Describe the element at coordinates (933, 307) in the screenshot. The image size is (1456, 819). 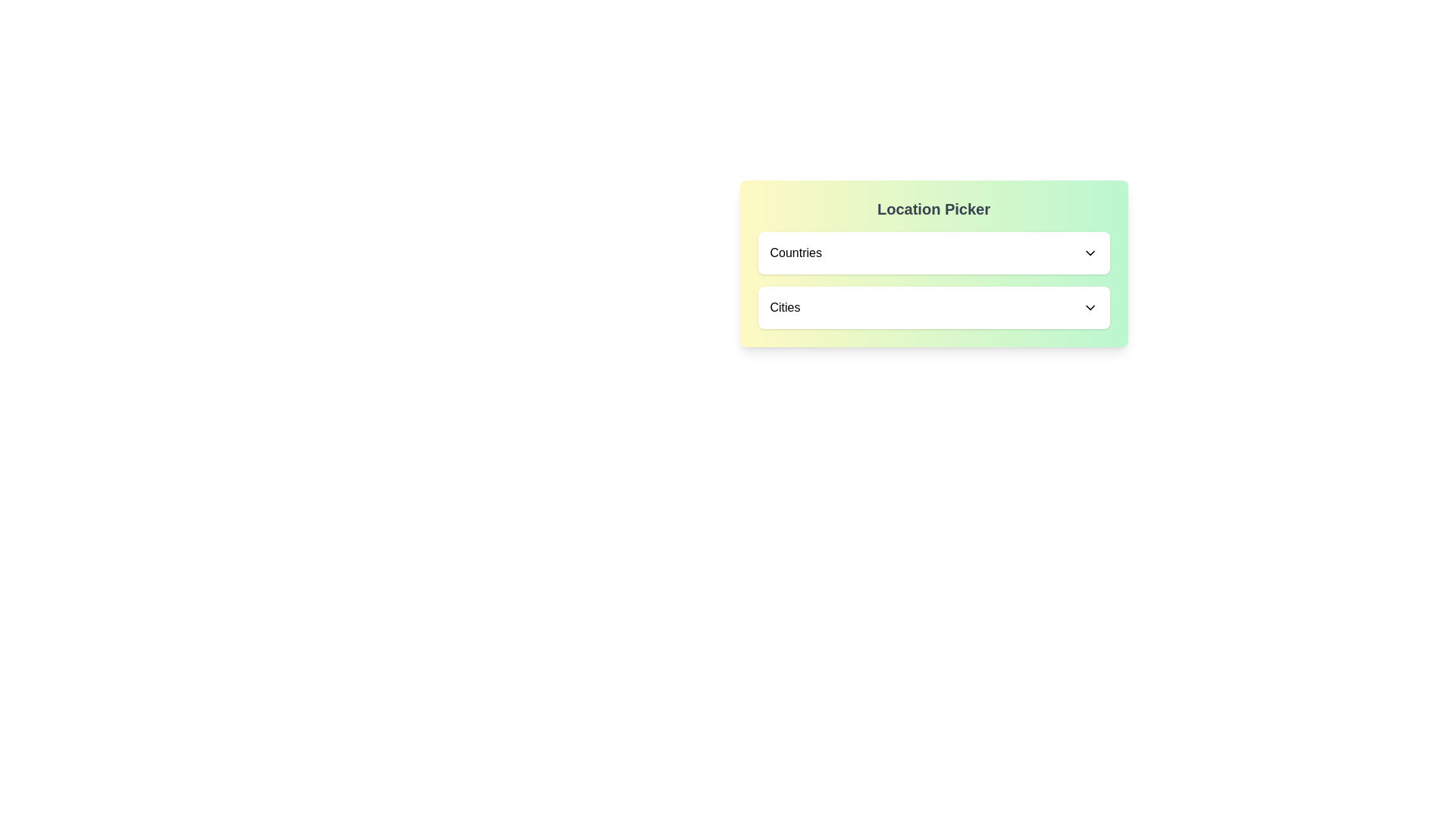
I see `the 'Cities' dropdown menu element` at that location.